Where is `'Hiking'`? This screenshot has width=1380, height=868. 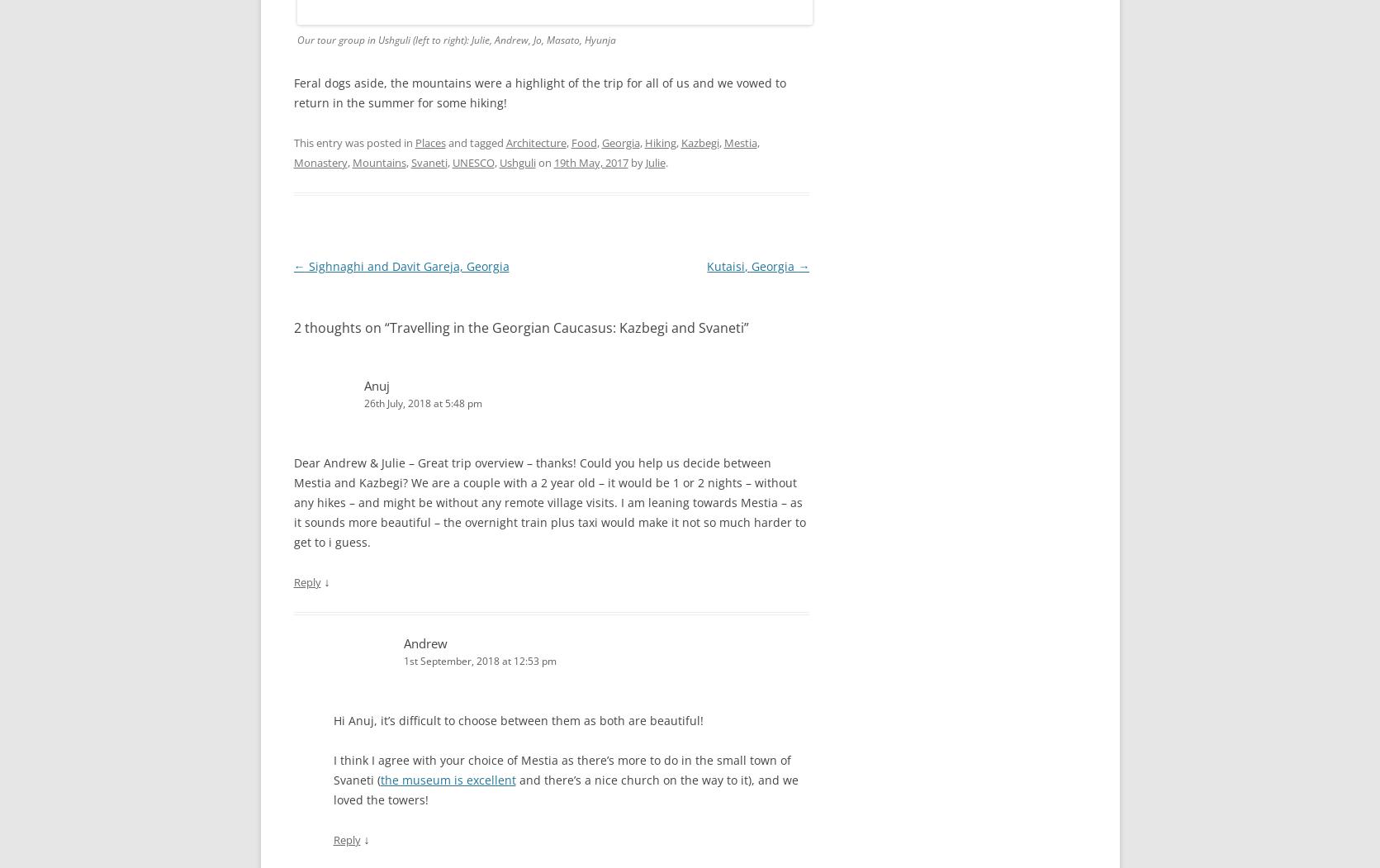
'Hiking' is located at coordinates (660, 142).